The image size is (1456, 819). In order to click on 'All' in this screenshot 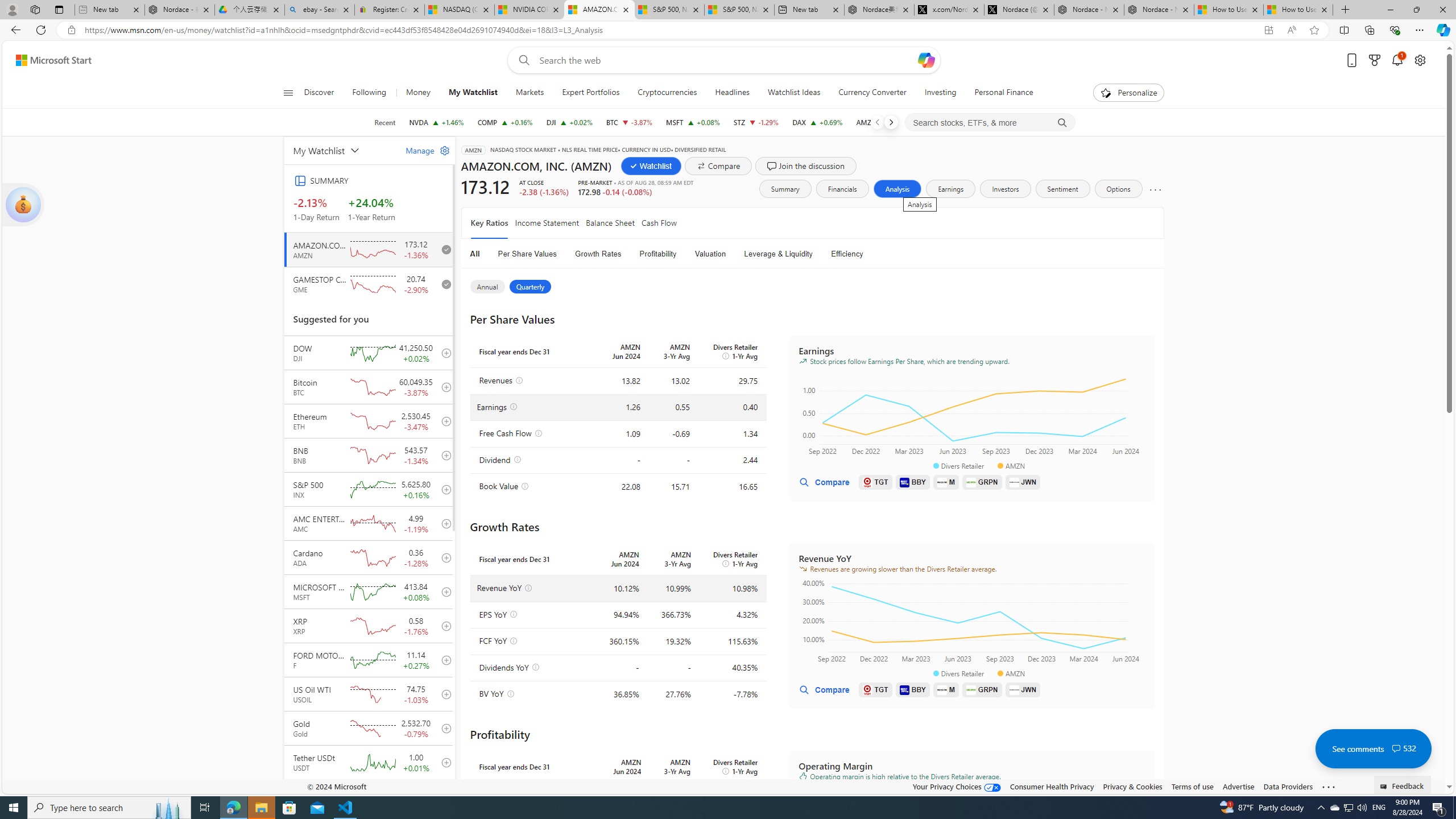, I will do `click(475, 253)`.